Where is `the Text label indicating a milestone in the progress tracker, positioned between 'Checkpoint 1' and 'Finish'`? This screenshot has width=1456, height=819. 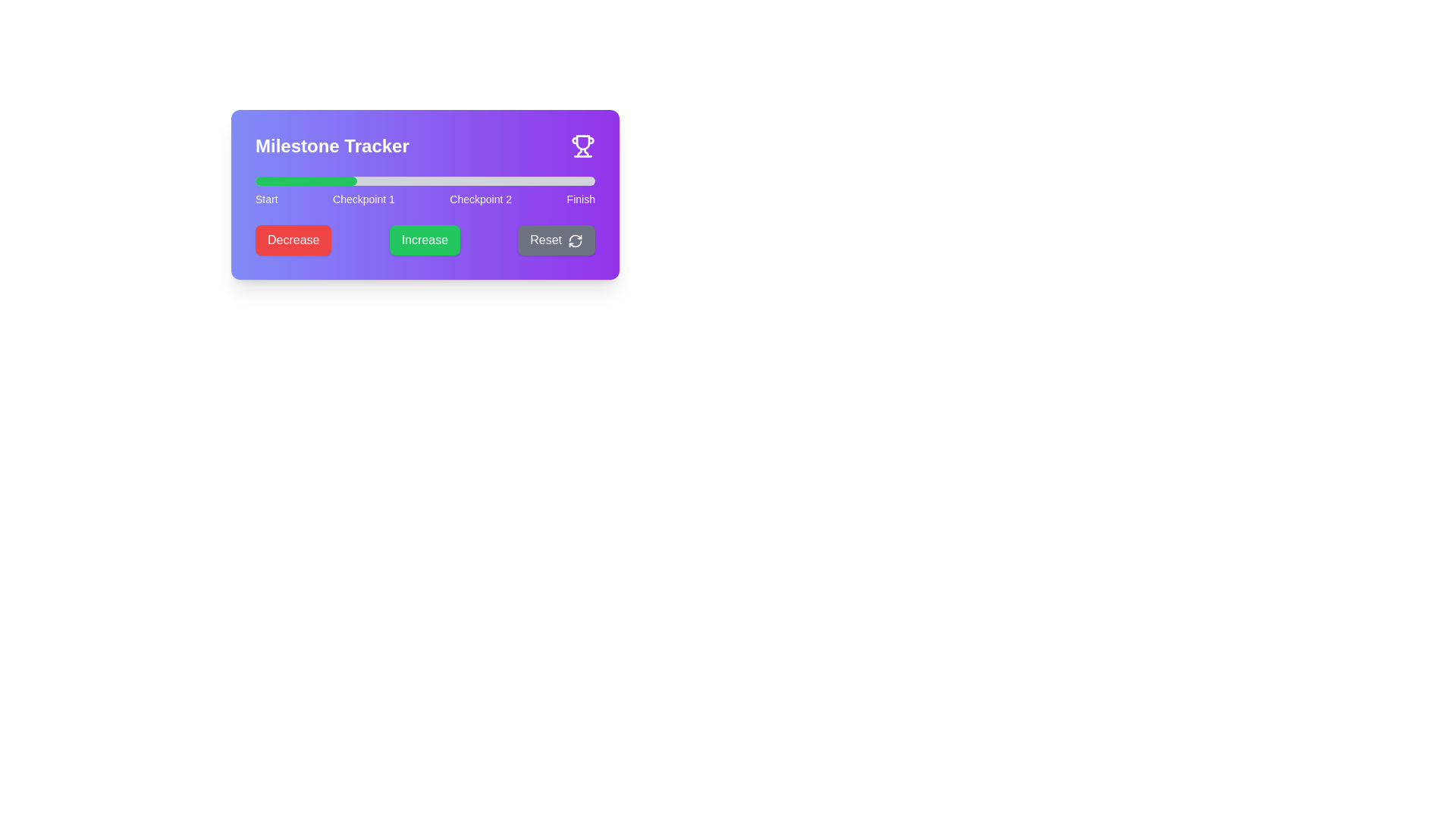 the Text label indicating a milestone in the progress tracker, positioned between 'Checkpoint 1' and 'Finish' is located at coordinates (480, 198).